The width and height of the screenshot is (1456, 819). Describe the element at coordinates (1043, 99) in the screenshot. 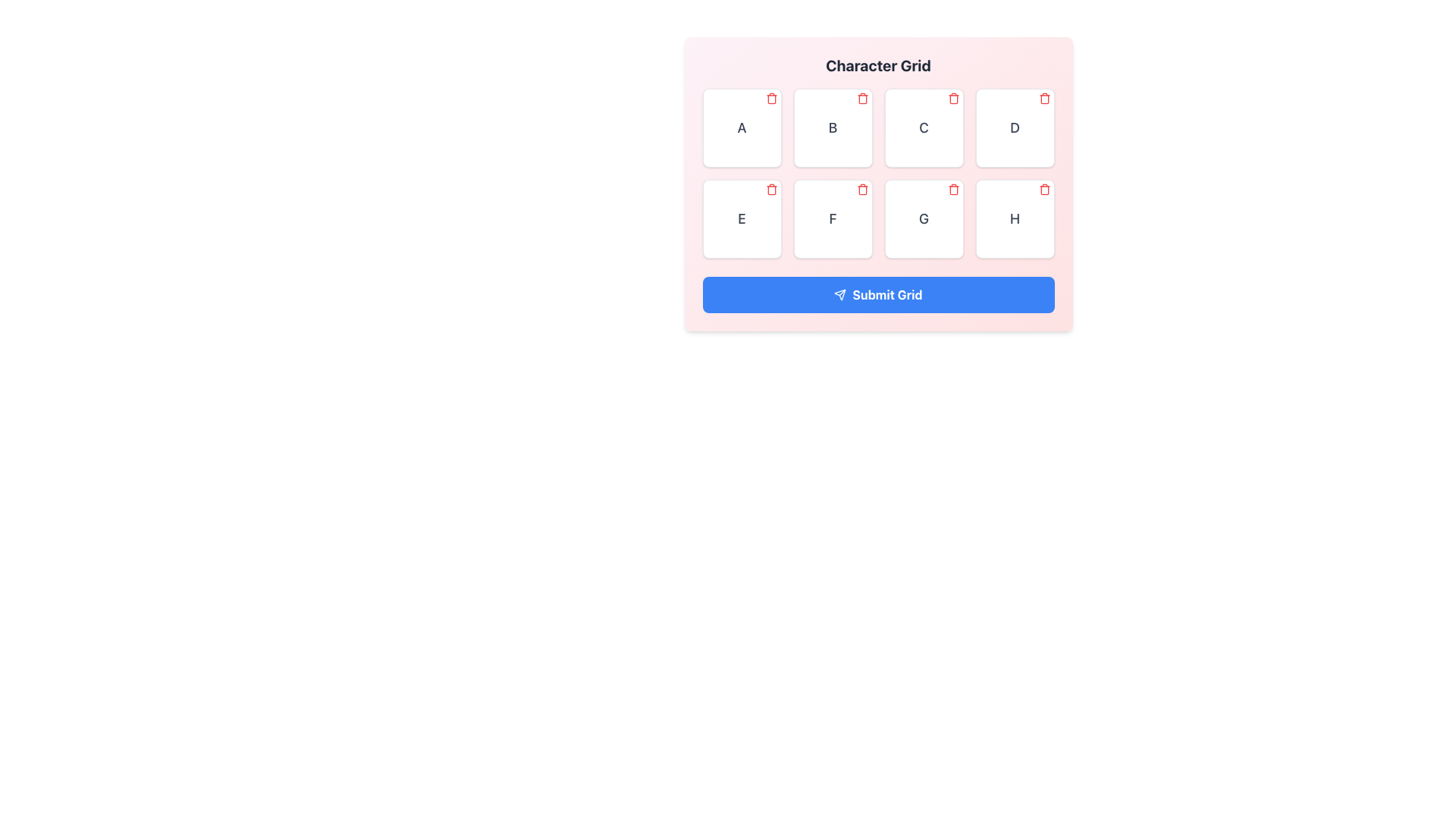

I see `the red trash bin icon in the top-right corner of the character cell labeled 'D'` at that location.